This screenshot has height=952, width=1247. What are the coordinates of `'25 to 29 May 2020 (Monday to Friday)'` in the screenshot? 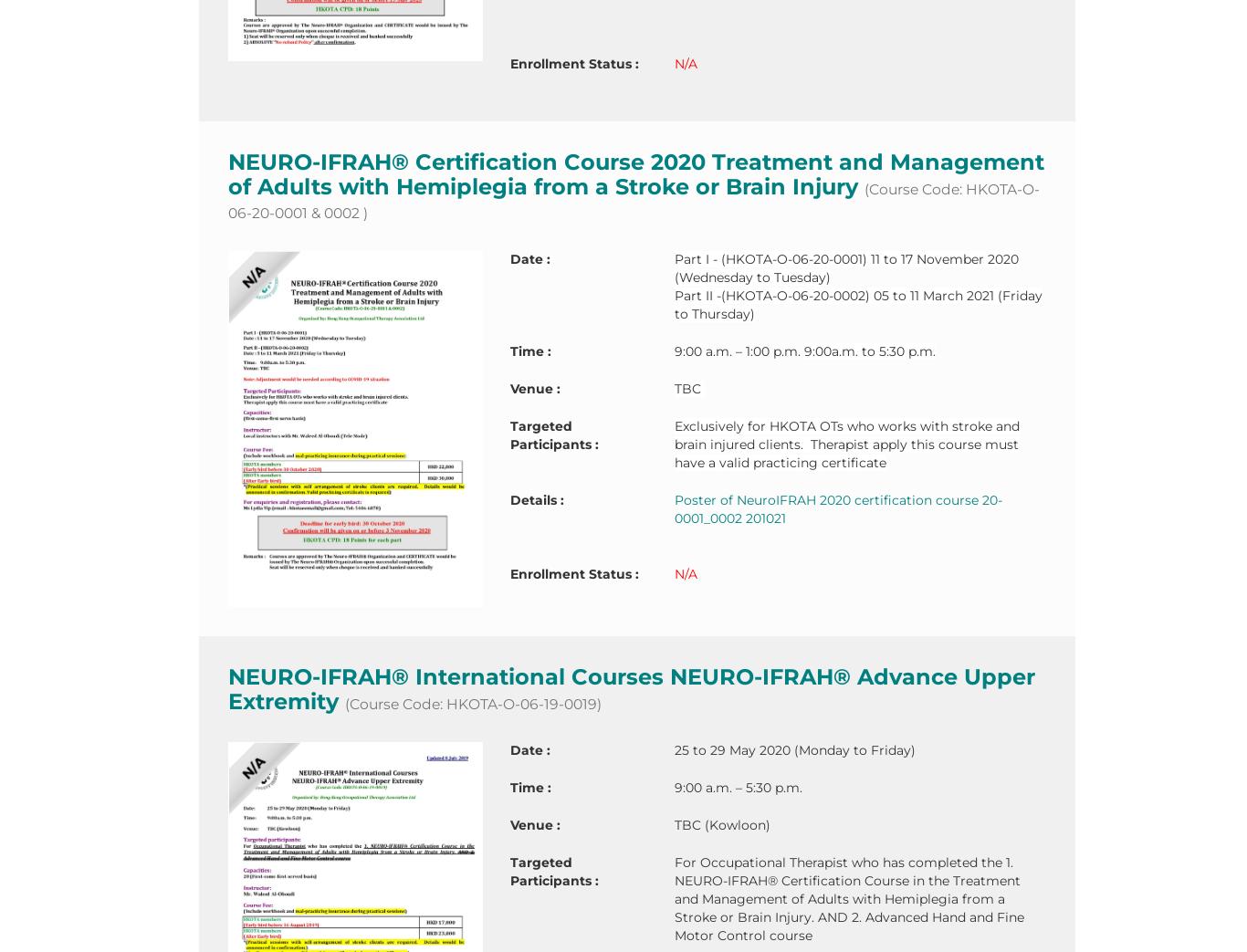 It's located at (793, 749).